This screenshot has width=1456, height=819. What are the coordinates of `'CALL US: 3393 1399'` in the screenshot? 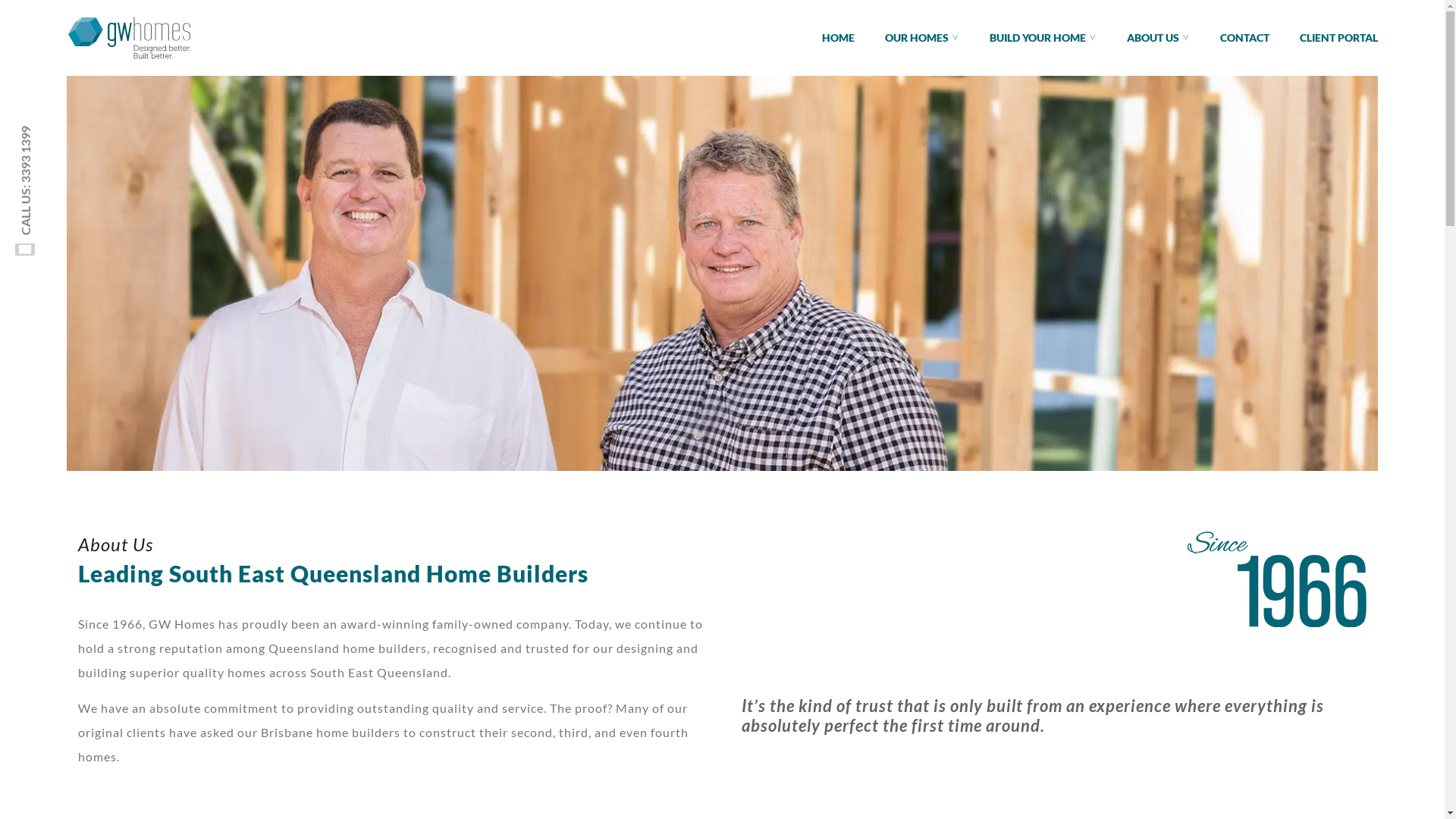 It's located at (81, 136).